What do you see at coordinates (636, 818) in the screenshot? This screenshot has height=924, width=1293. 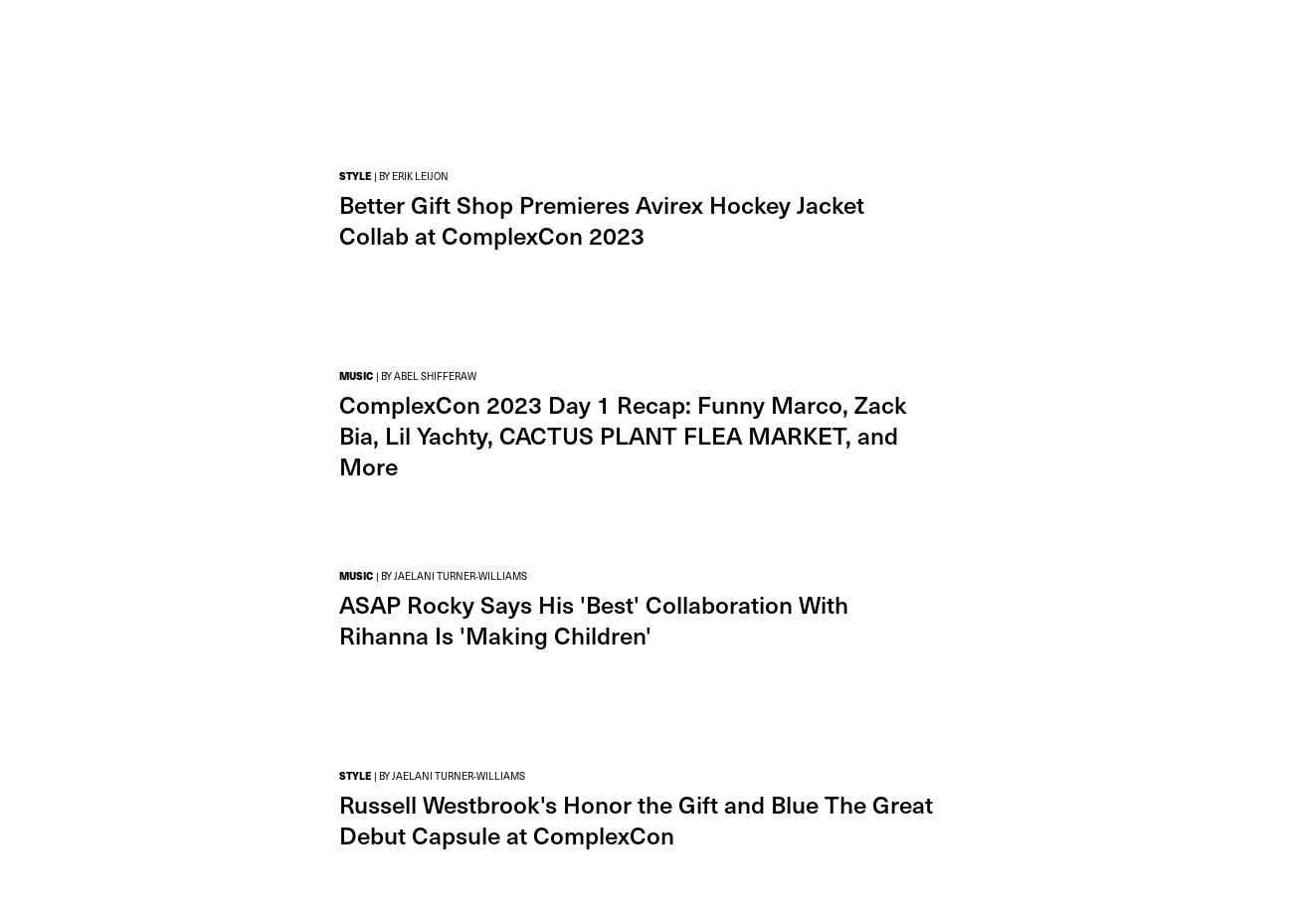 I see `'Russell Westbrook's Honor the Gift and Blue The Great Debut Capsule at ComplexCon'` at bounding box center [636, 818].